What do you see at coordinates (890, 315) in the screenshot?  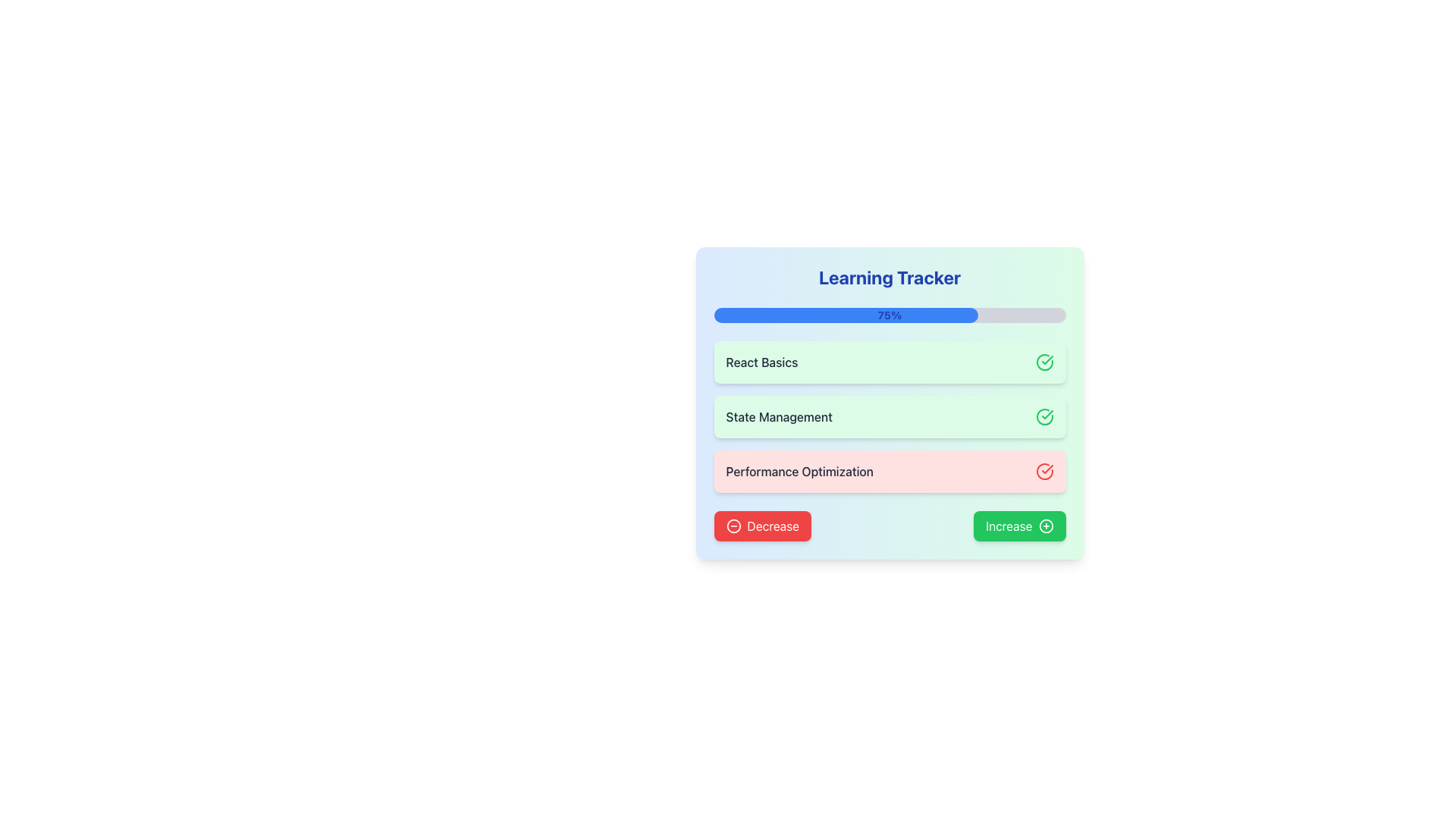 I see `the progress bar indicating 75% progress, which is located below the title 'Learning Tracker' and above the topics list` at bounding box center [890, 315].